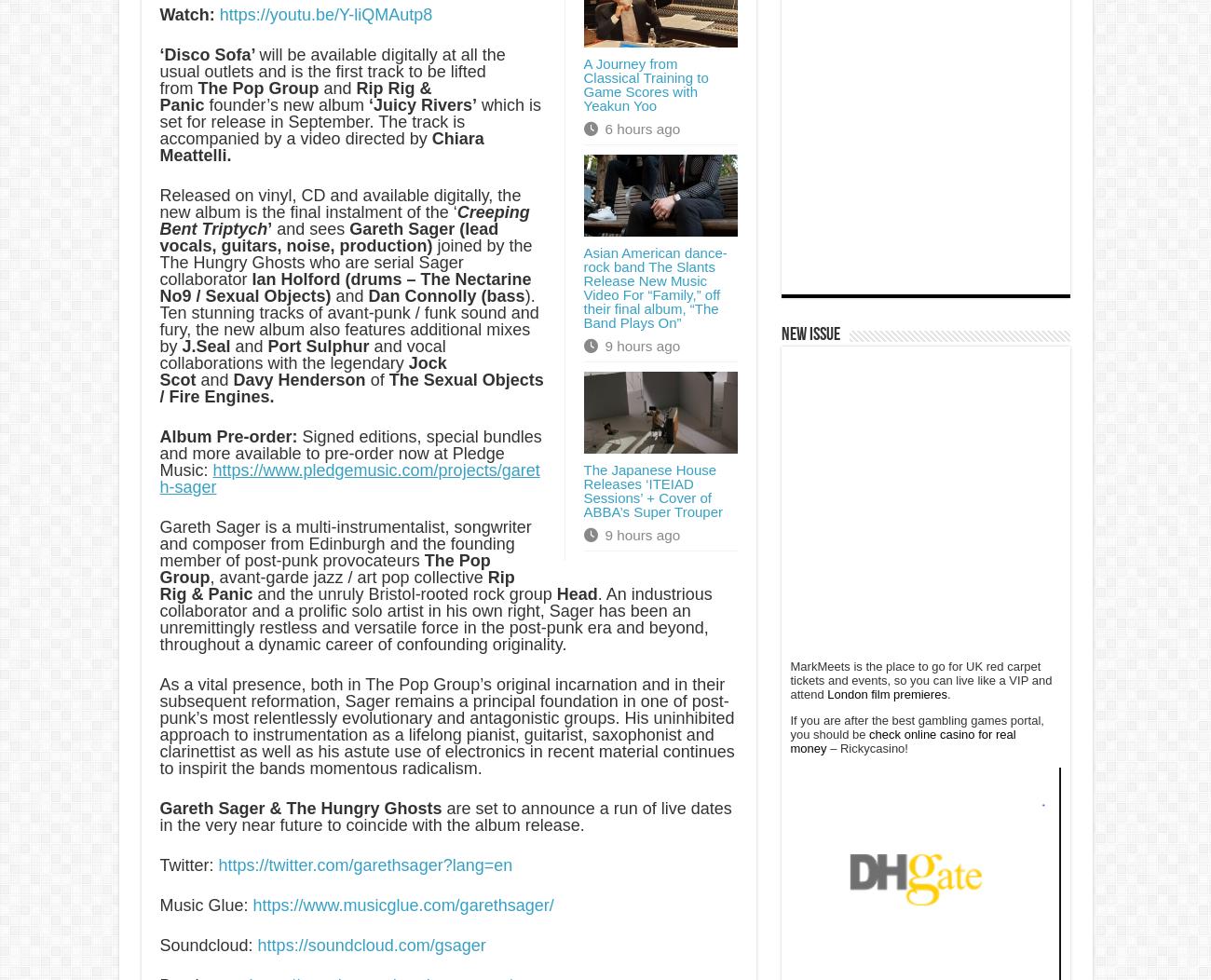  What do you see at coordinates (947, 694) in the screenshot?
I see `'.'` at bounding box center [947, 694].